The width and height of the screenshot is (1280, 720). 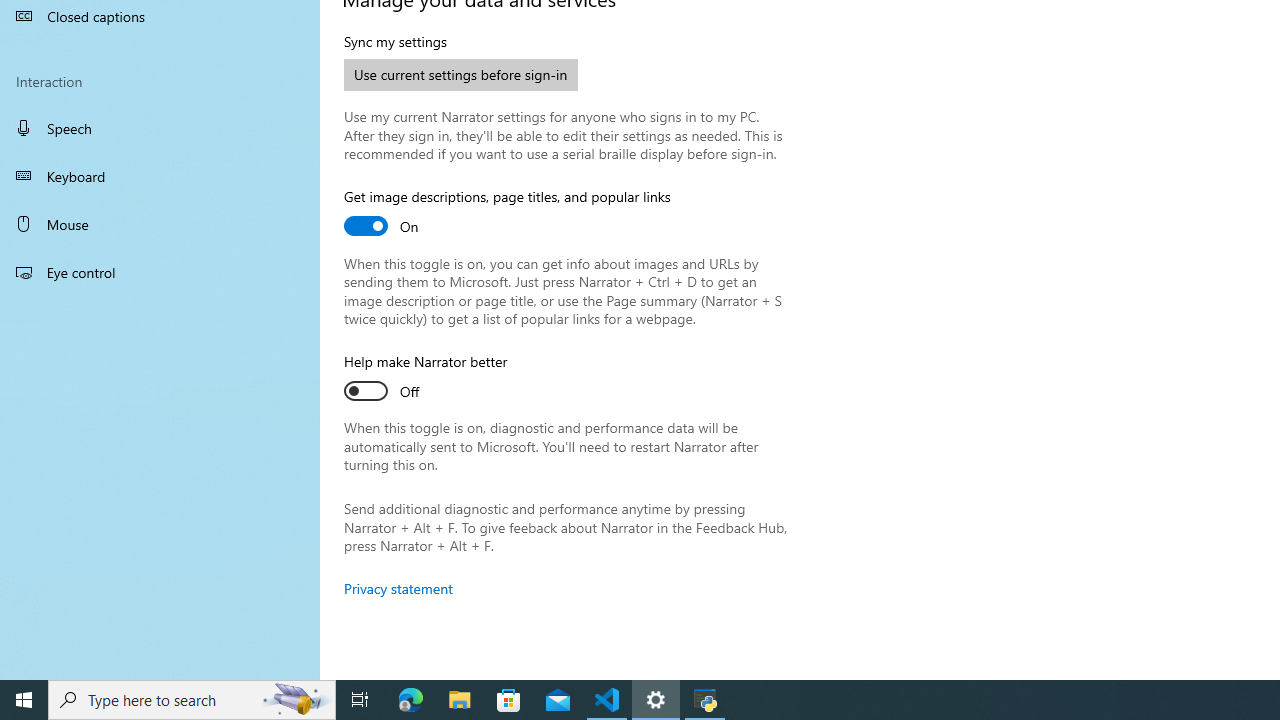 I want to click on 'Settings - 1 running window', so click(x=656, y=698).